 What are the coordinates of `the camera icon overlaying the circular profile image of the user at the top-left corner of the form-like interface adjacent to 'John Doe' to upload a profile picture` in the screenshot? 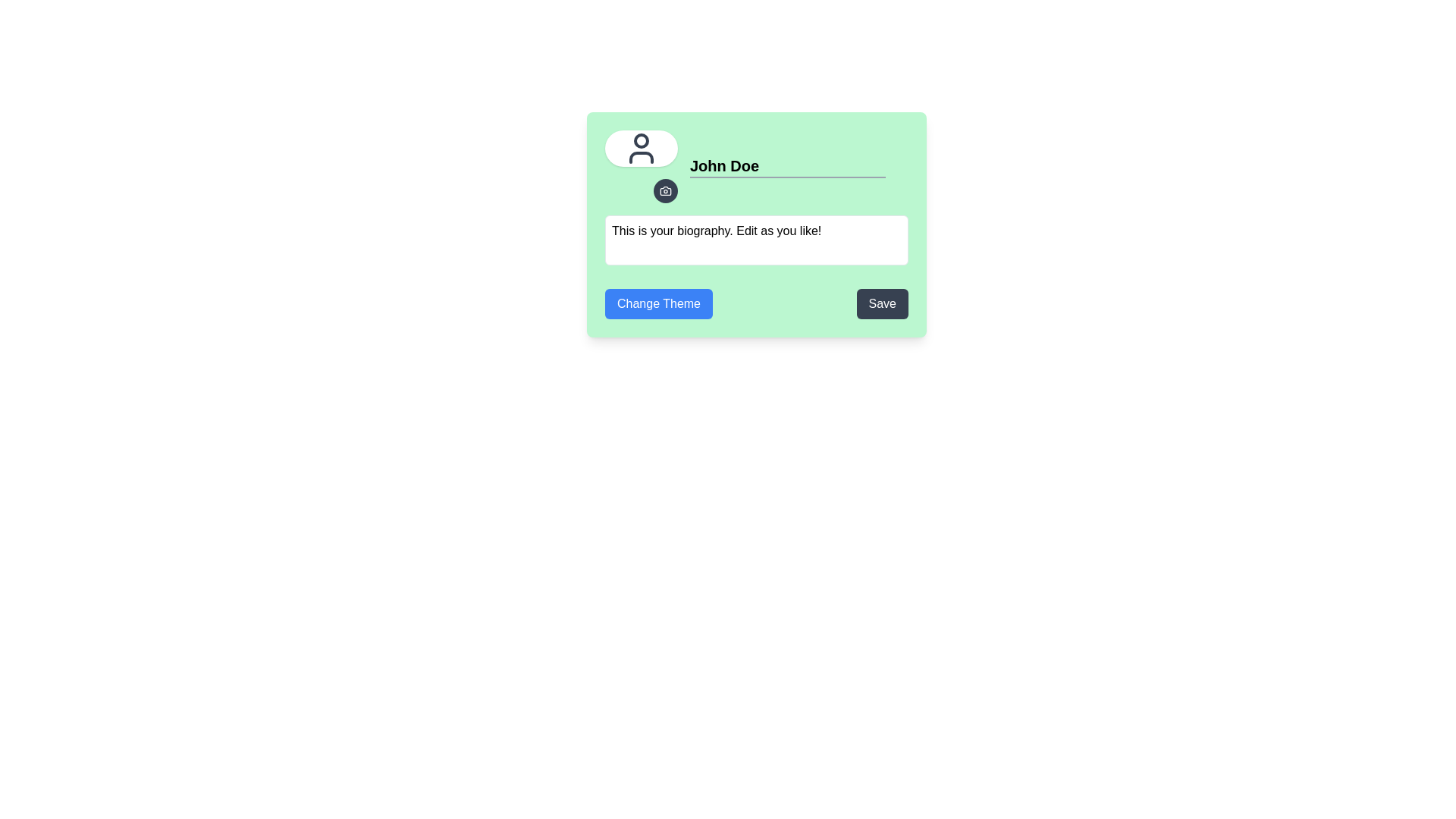 It's located at (641, 166).